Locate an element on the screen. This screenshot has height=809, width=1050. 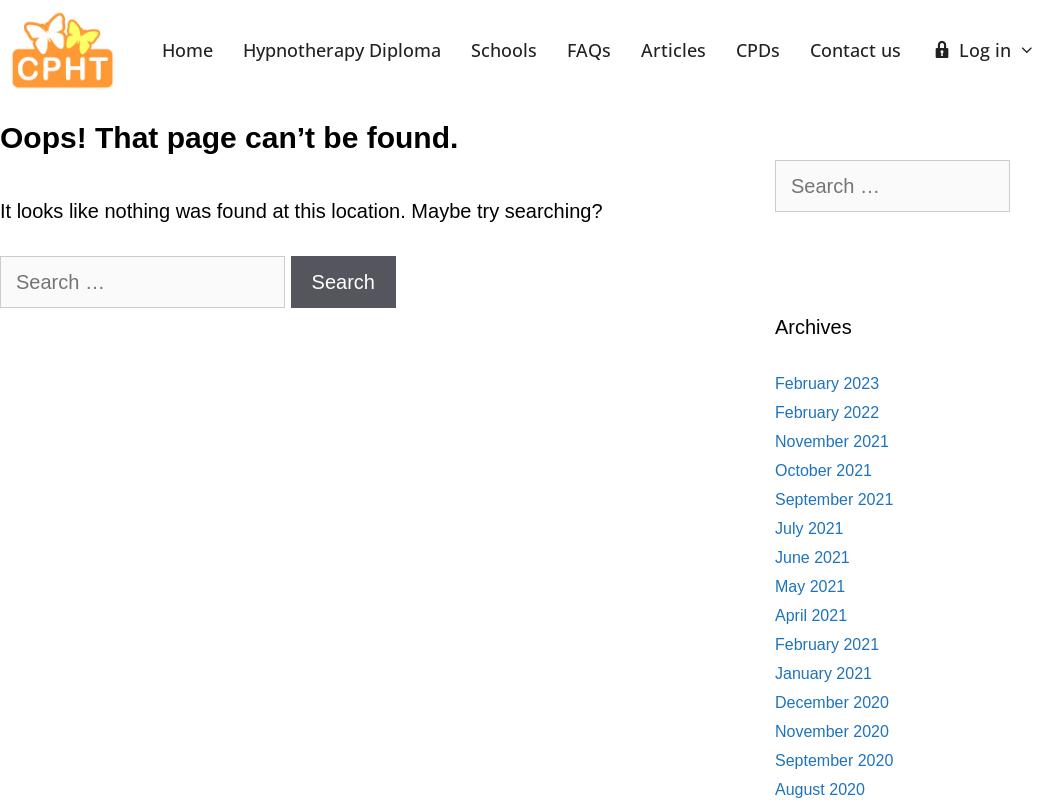
'CPDs' is located at coordinates (757, 49).